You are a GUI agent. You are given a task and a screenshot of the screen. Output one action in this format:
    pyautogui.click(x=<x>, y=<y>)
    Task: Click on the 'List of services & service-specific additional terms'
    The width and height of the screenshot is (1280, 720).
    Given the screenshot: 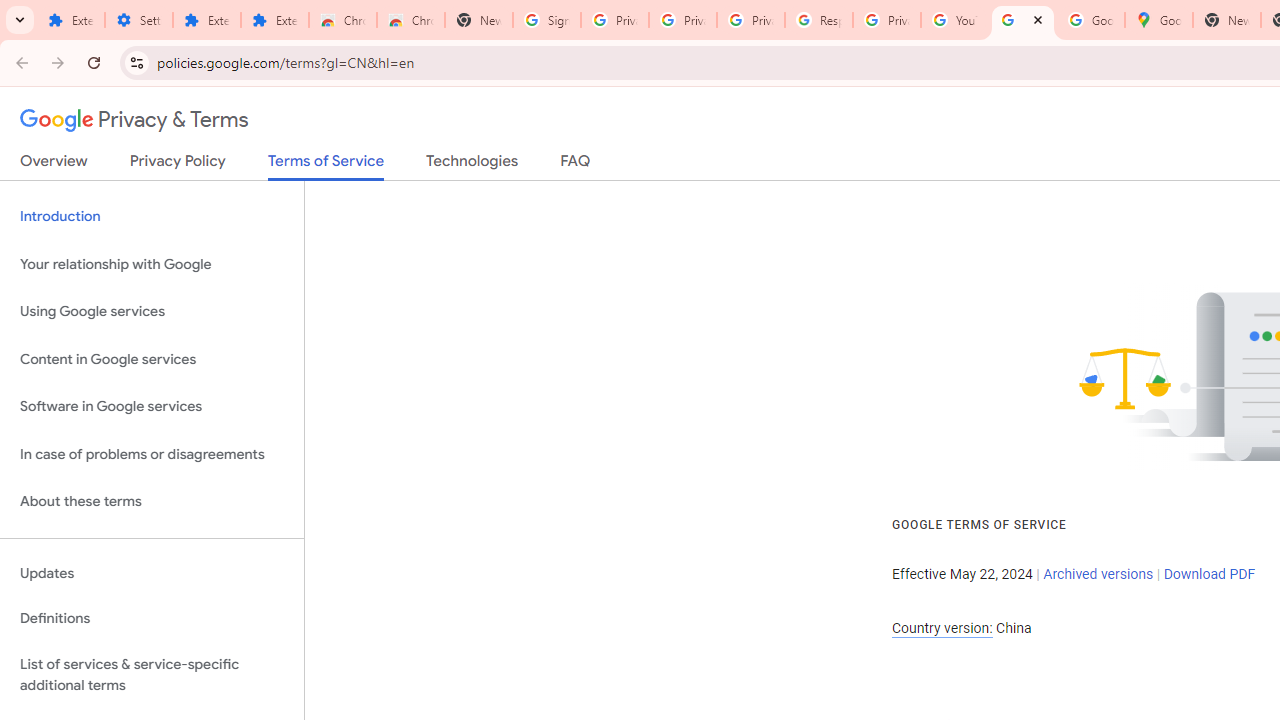 What is the action you would take?
    pyautogui.click(x=151, y=675)
    